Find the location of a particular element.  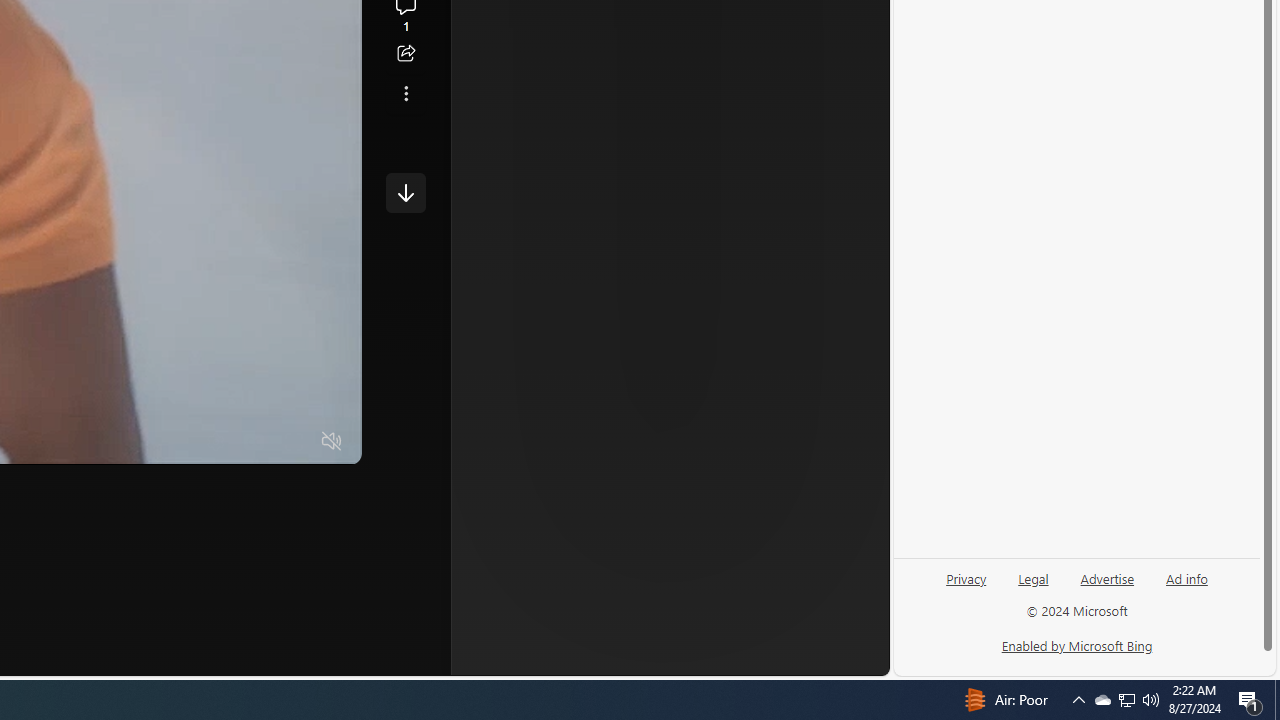

'Privacy' is located at coordinates (966, 577).